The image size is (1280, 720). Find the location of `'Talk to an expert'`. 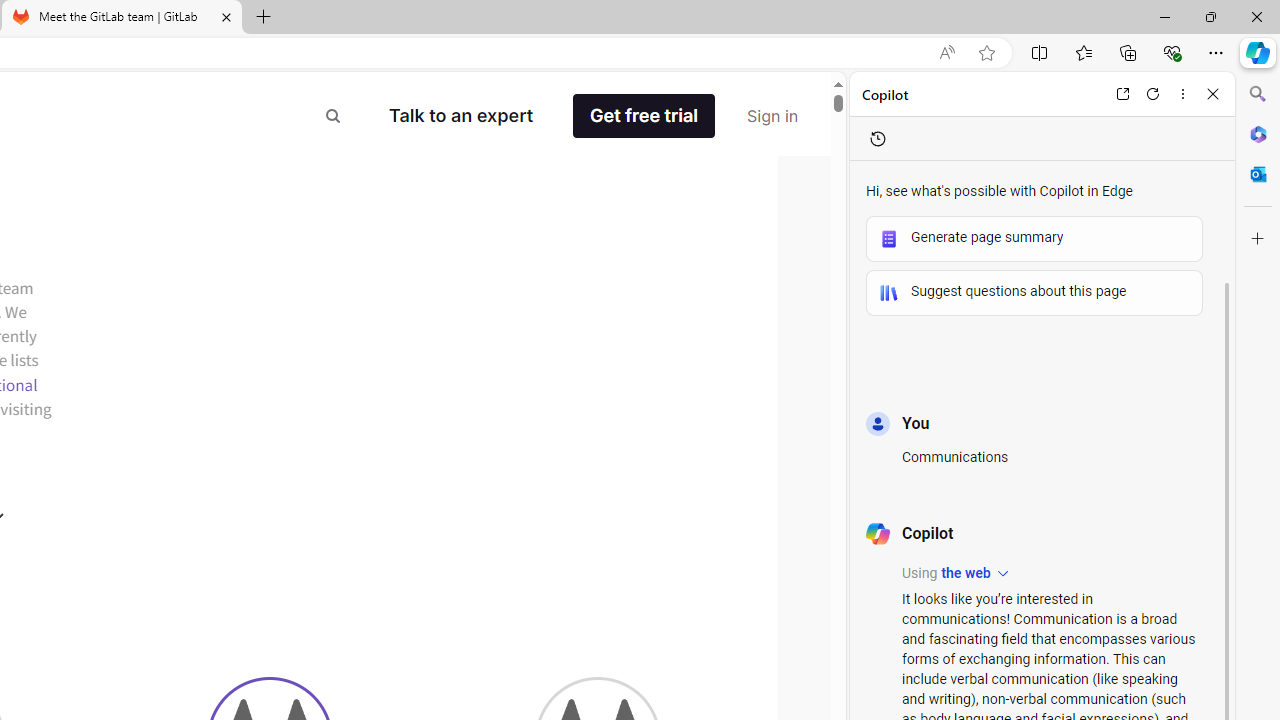

'Talk to an expert' is located at coordinates (460, 115).